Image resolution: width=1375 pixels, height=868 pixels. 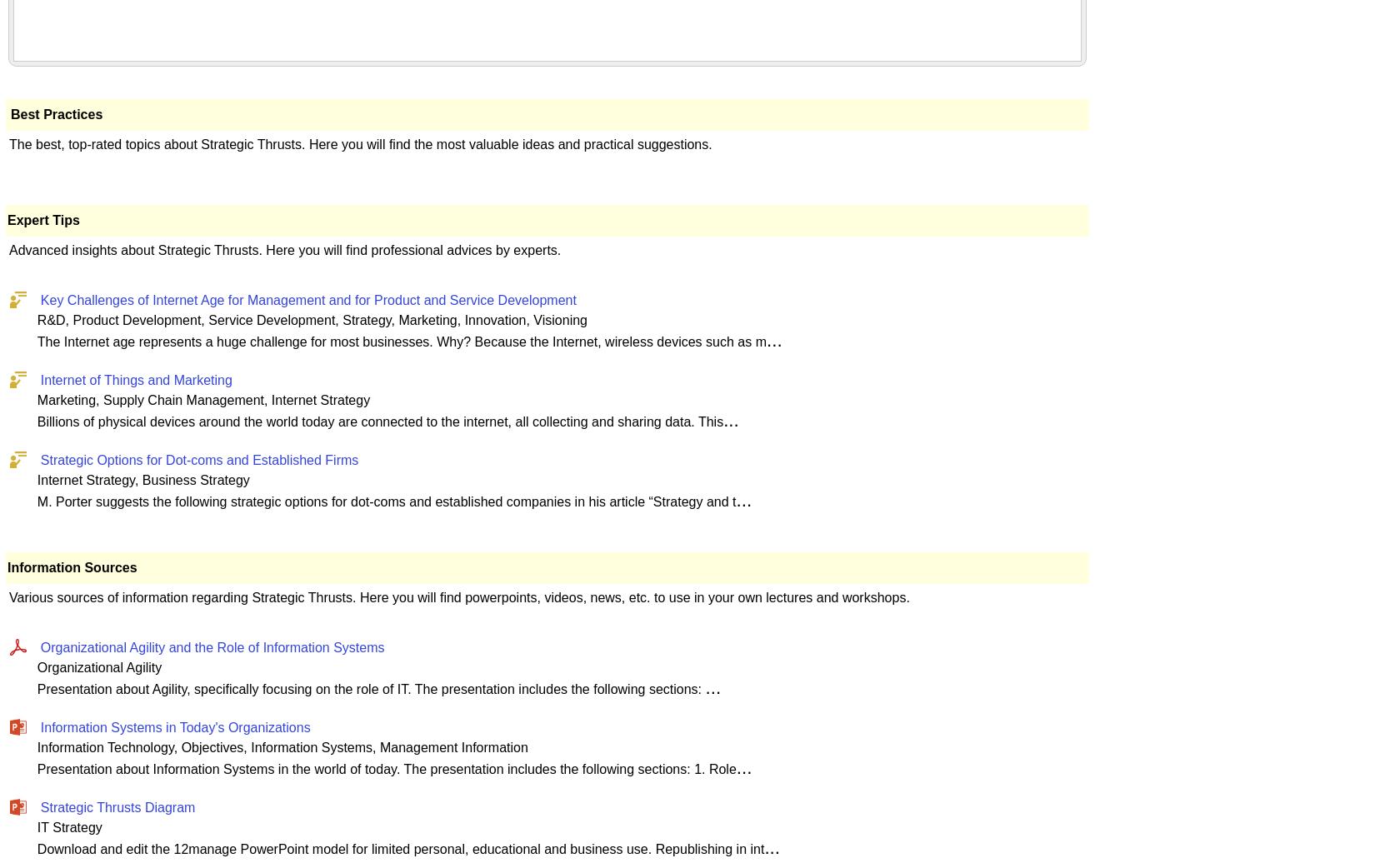 I want to click on 'Download and edit the 12manage PowerPoint model for limited personal, educational and business use.
Republishing in int', so click(x=399, y=848).